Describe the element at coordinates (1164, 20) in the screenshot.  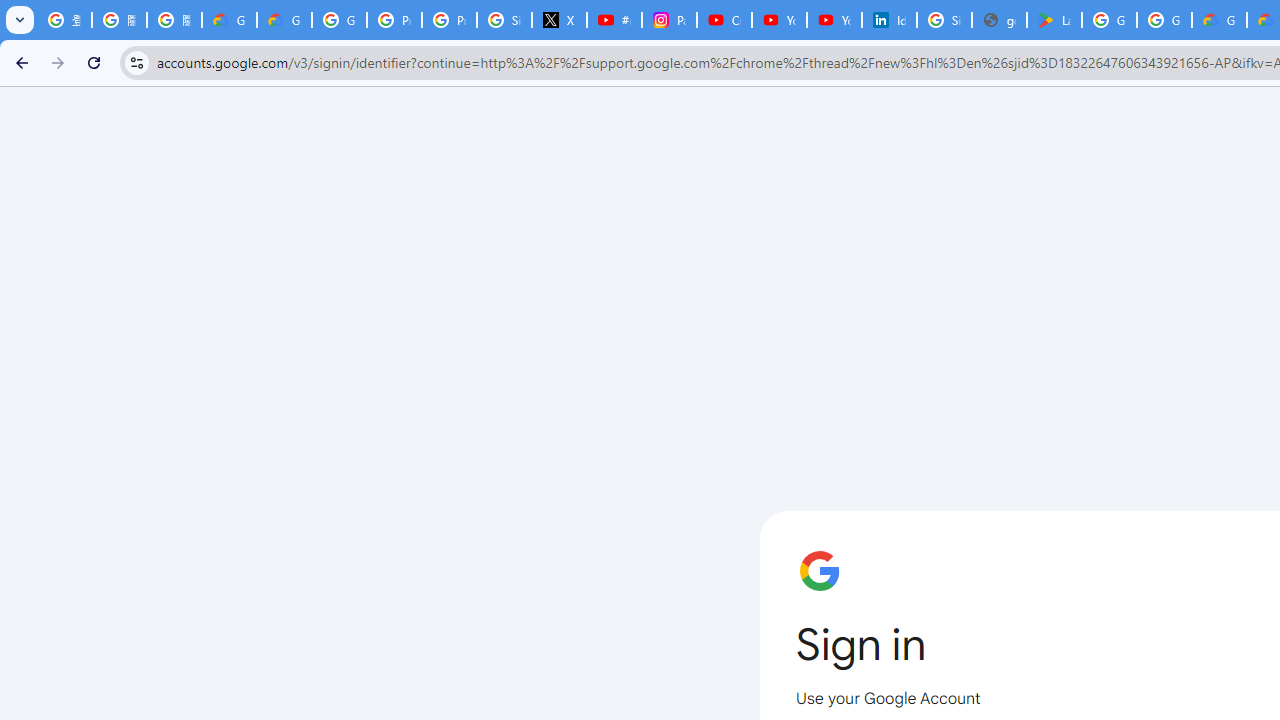
I see `'Google Workspace - Specific Terms'` at that location.